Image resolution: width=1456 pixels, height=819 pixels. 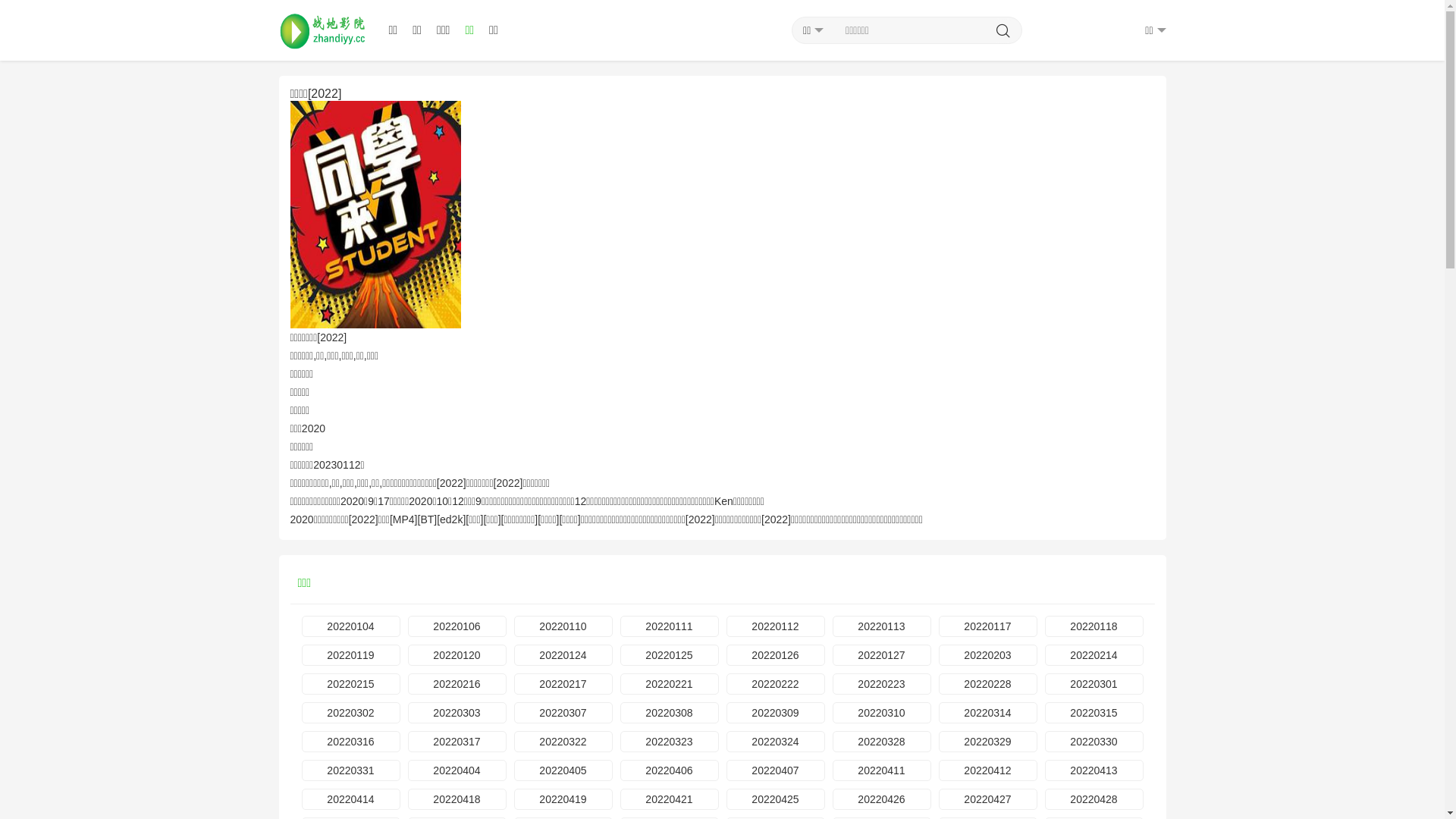 What do you see at coordinates (881, 713) in the screenshot?
I see `'20220310'` at bounding box center [881, 713].